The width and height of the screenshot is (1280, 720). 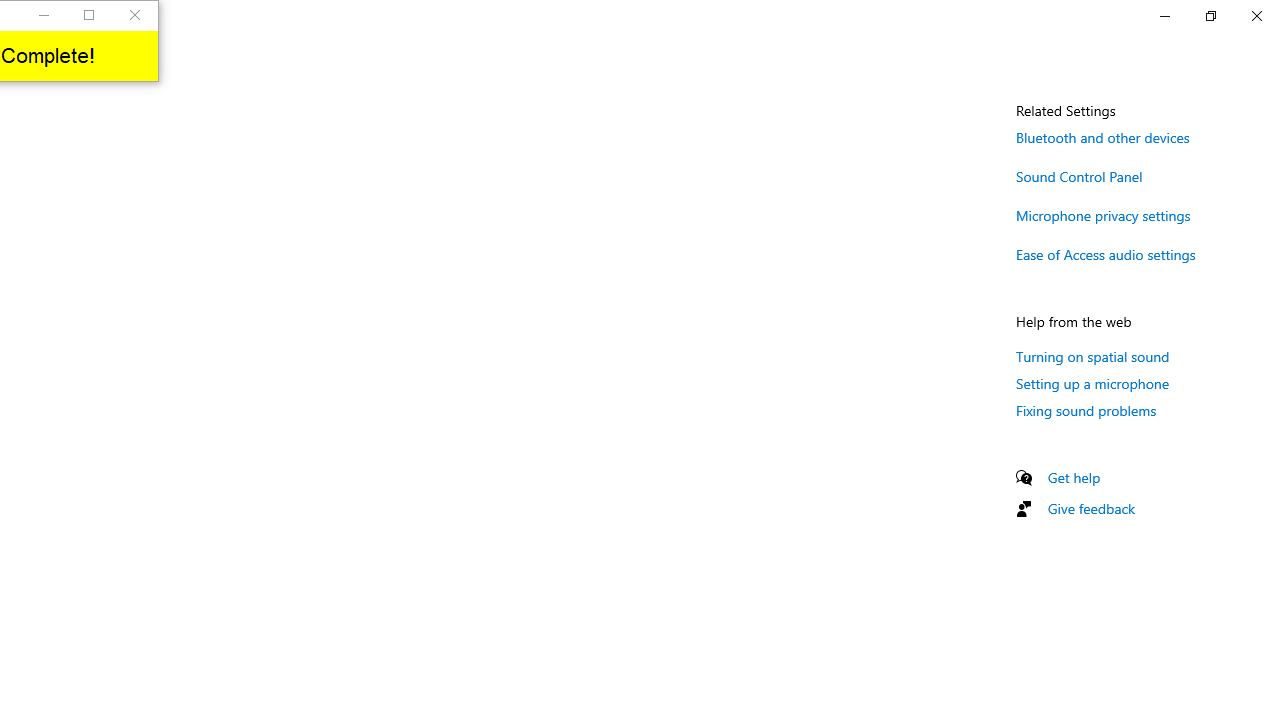 What do you see at coordinates (1104, 253) in the screenshot?
I see `'Ease of Access audio settings'` at bounding box center [1104, 253].